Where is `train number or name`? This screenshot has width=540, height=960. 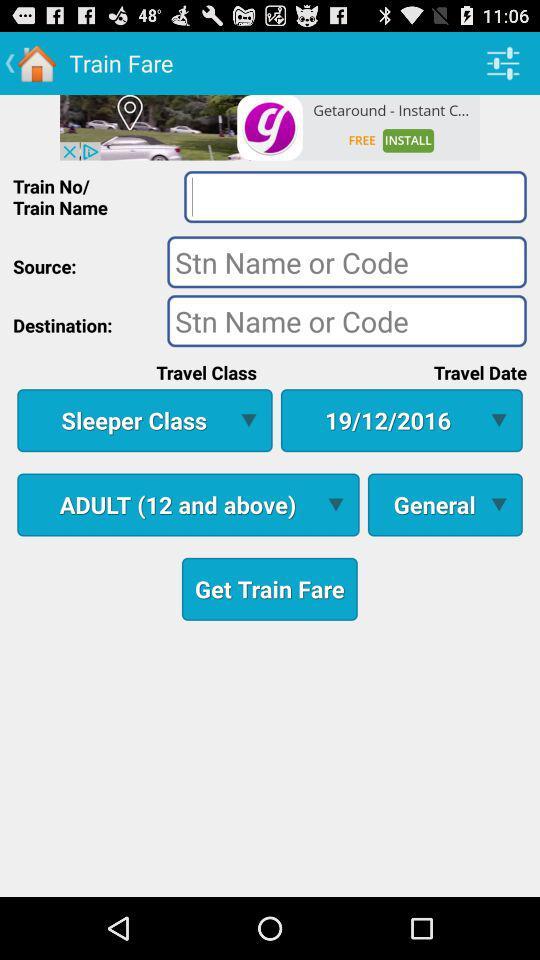
train number or name is located at coordinates (354, 196).